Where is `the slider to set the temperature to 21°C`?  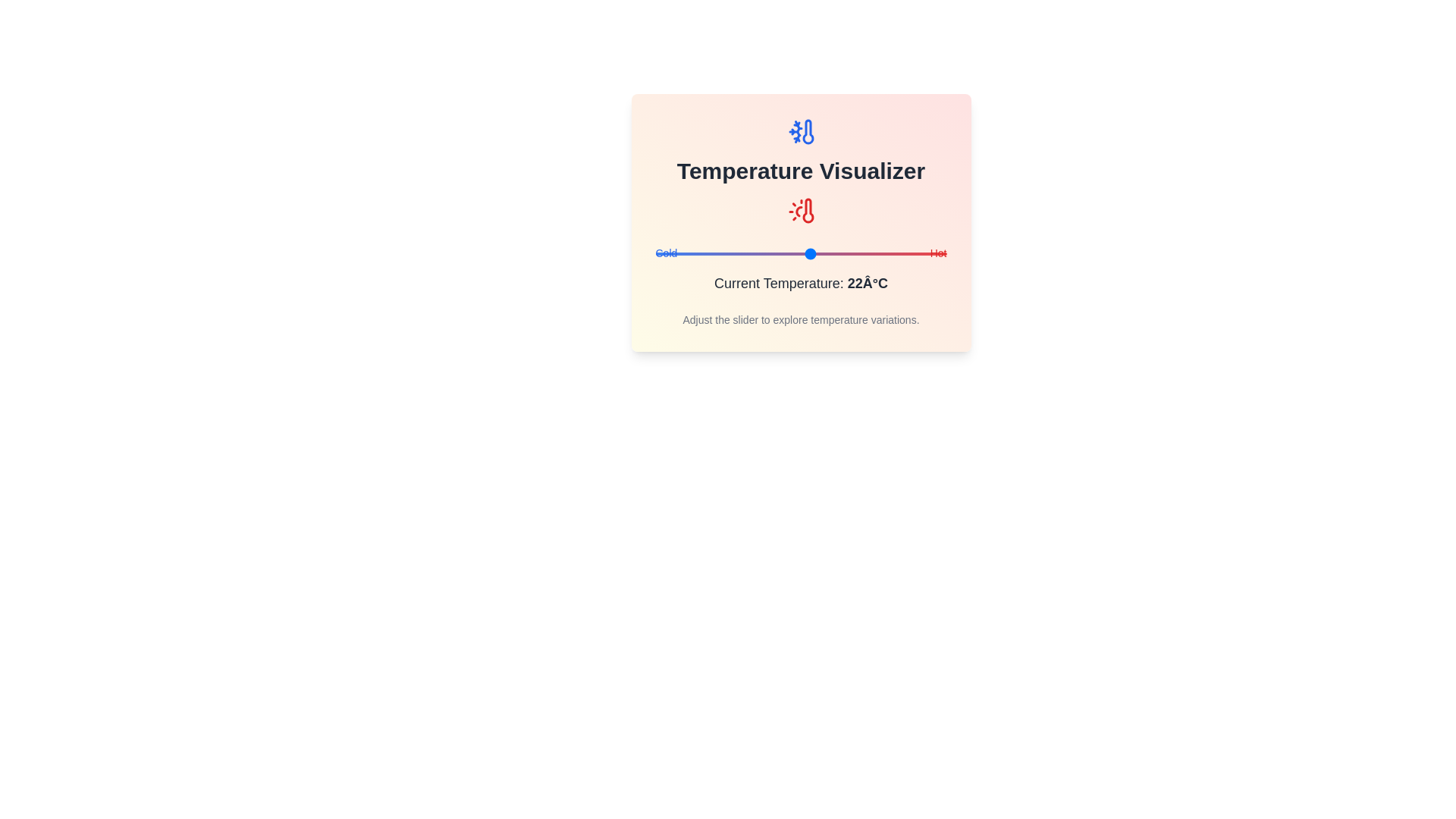 the slider to set the temperature to 21°C is located at coordinates (805, 253).